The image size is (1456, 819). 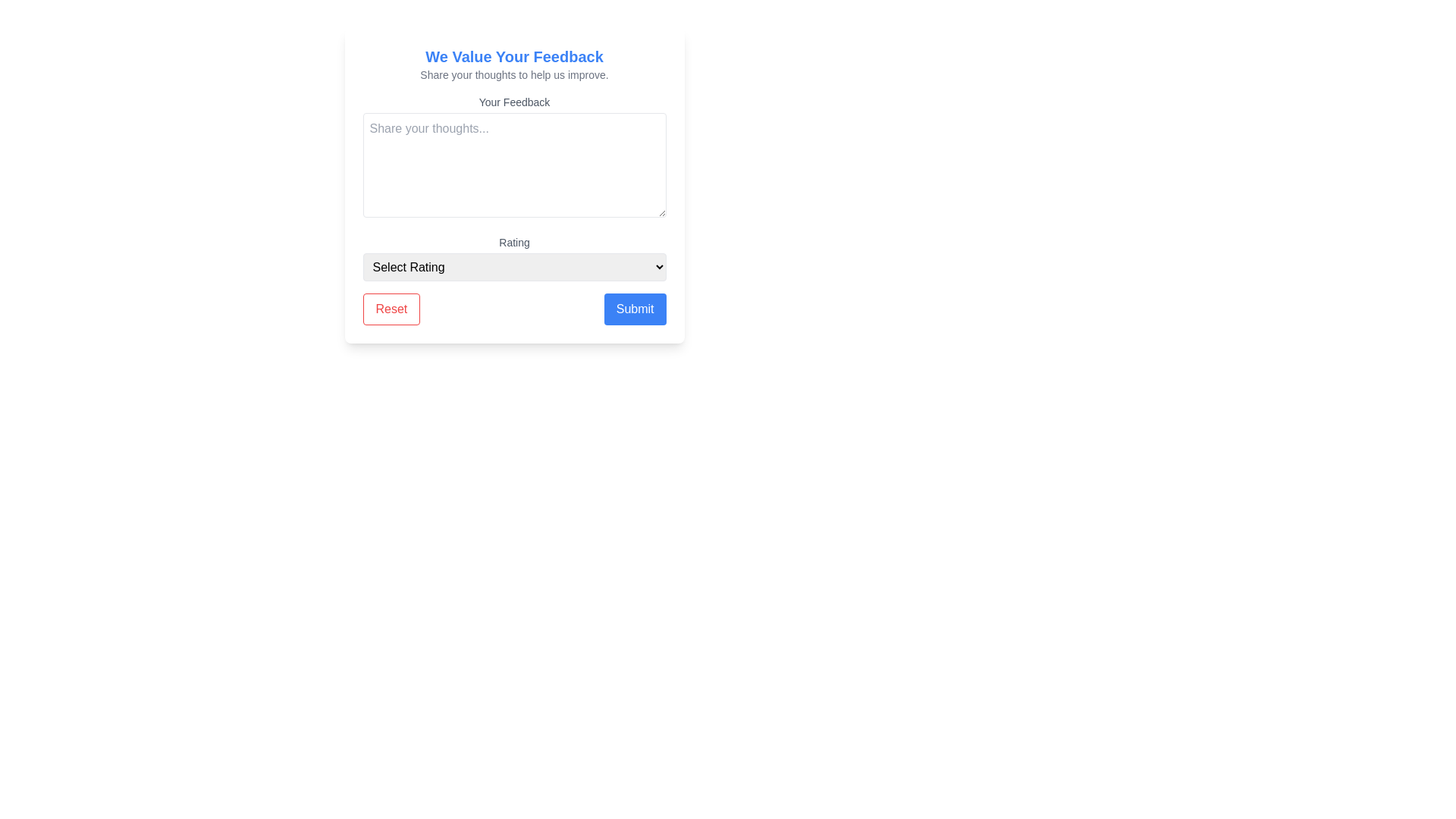 What do you see at coordinates (514, 257) in the screenshot?
I see `an option from the dropdown menu located below the 'Rating' label and above the 'Reset' and 'Submit' buttons` at bounding box center [514, 257].